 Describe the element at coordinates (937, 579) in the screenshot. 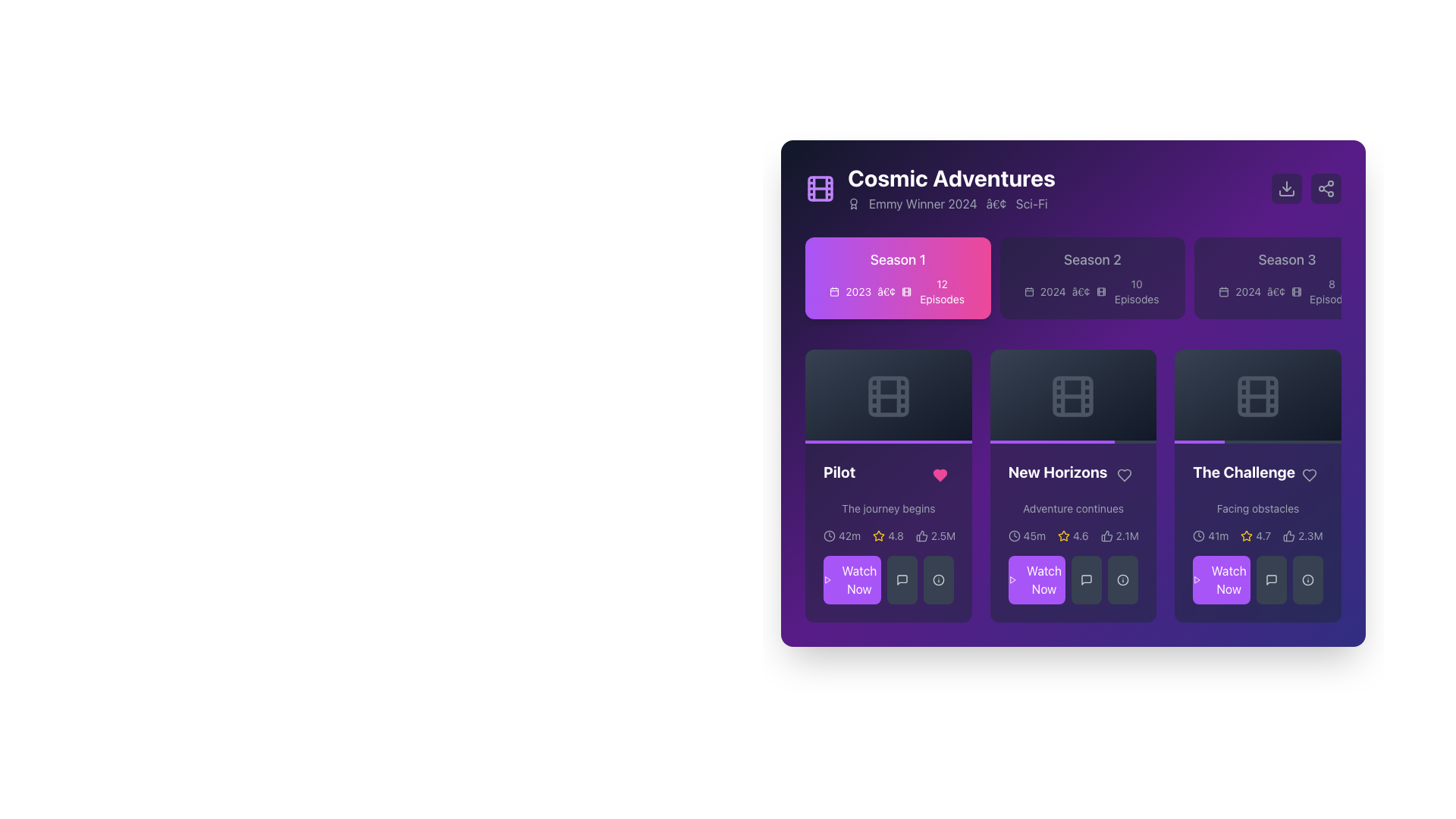

I see `the centrally positioned SVG icon (Information) located in the bottom row of buttons below the 'Pilot' episode card` at that location.